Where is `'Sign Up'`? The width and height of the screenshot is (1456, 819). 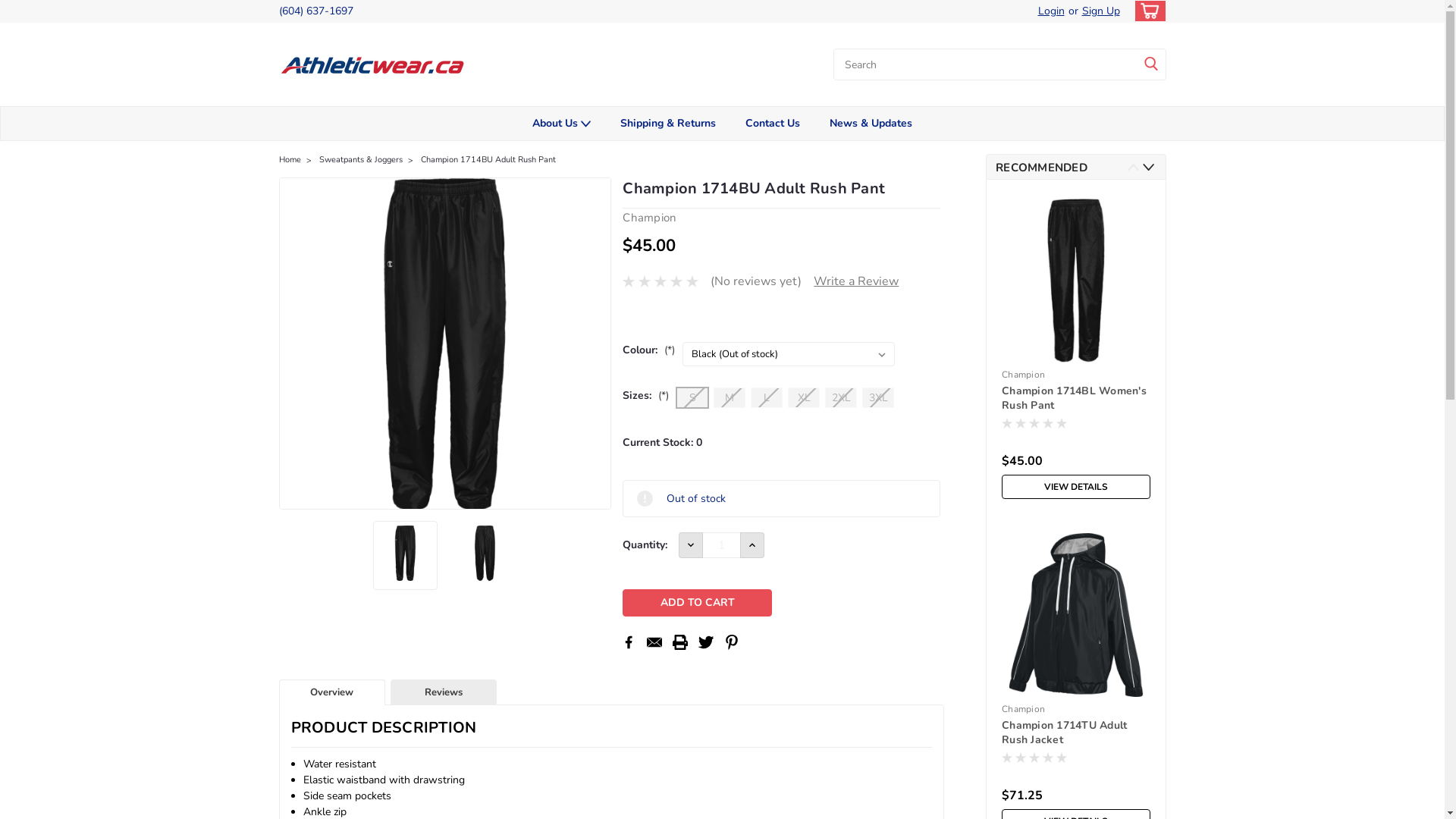 'Sign Up' is located at coordinates (1099, 11).